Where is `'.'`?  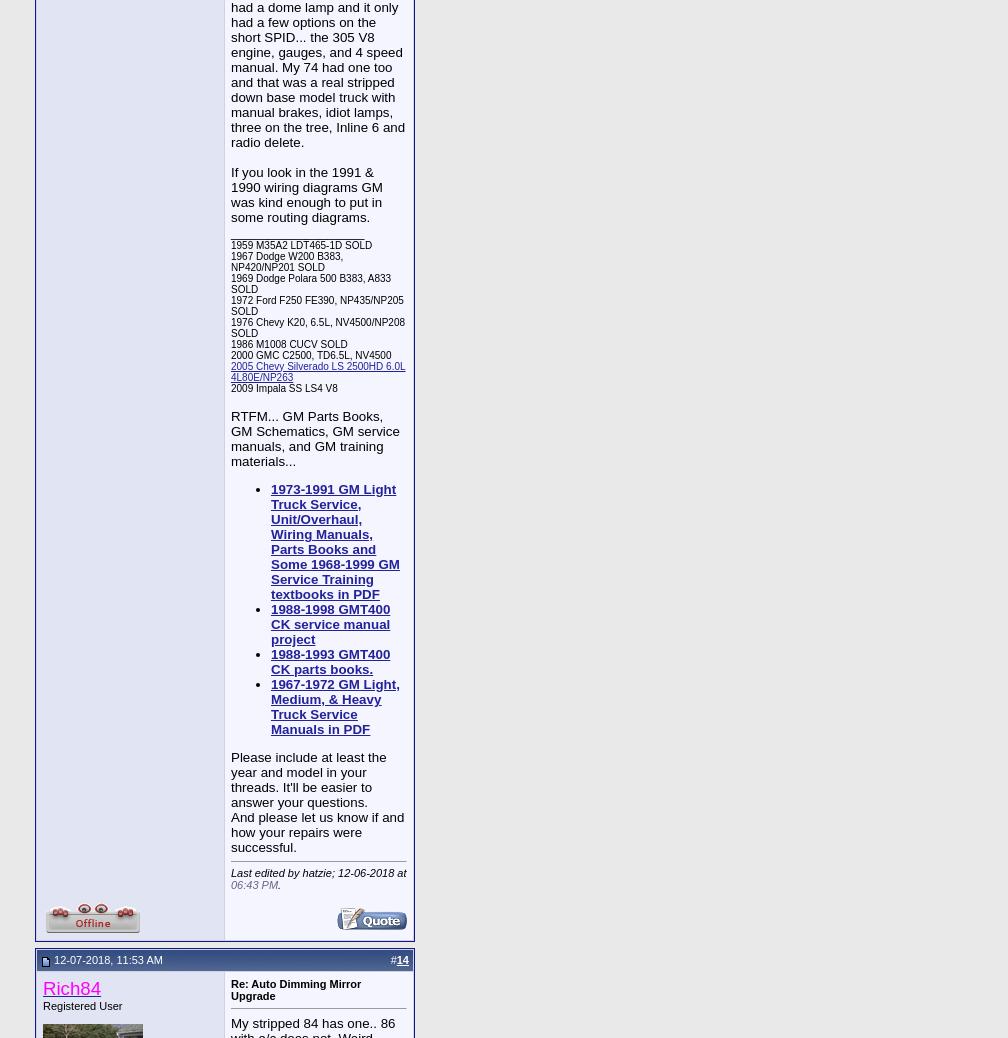
'.' is located at coordinates (279, 884).